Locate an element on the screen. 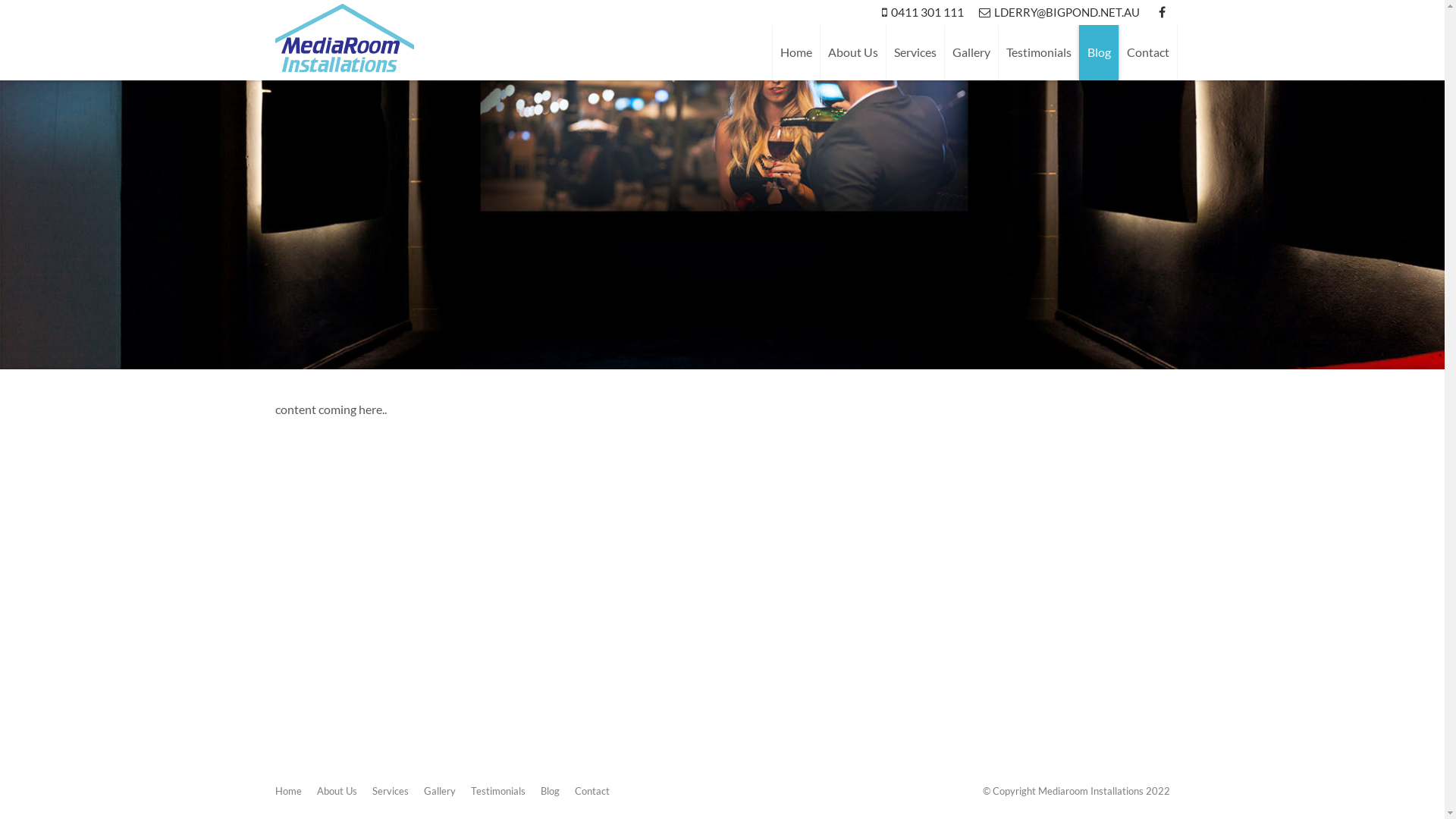  'Contact' is located at coordinates (591, 789).